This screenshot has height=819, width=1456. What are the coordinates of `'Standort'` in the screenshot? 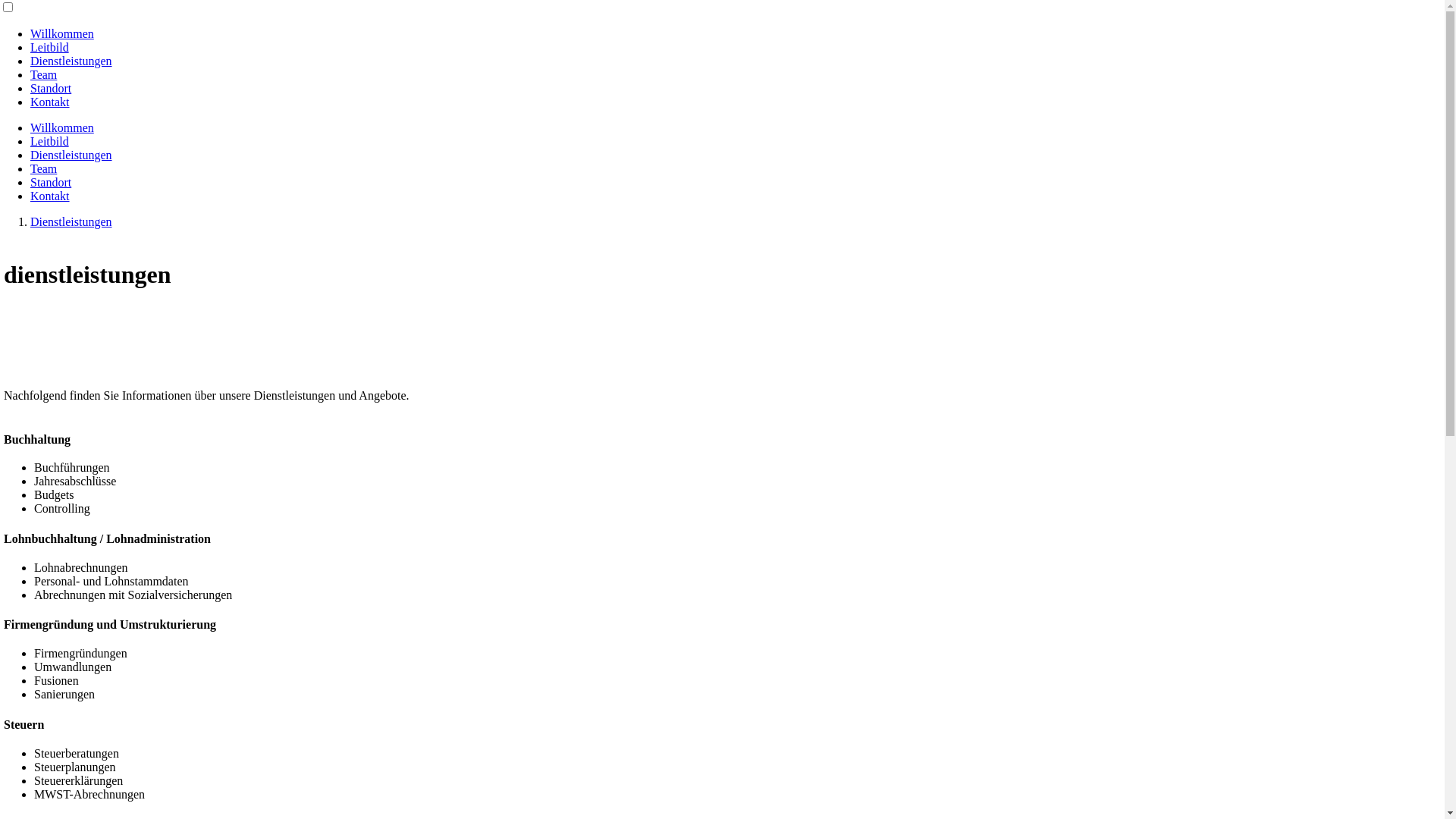 It's located at (51, 181).